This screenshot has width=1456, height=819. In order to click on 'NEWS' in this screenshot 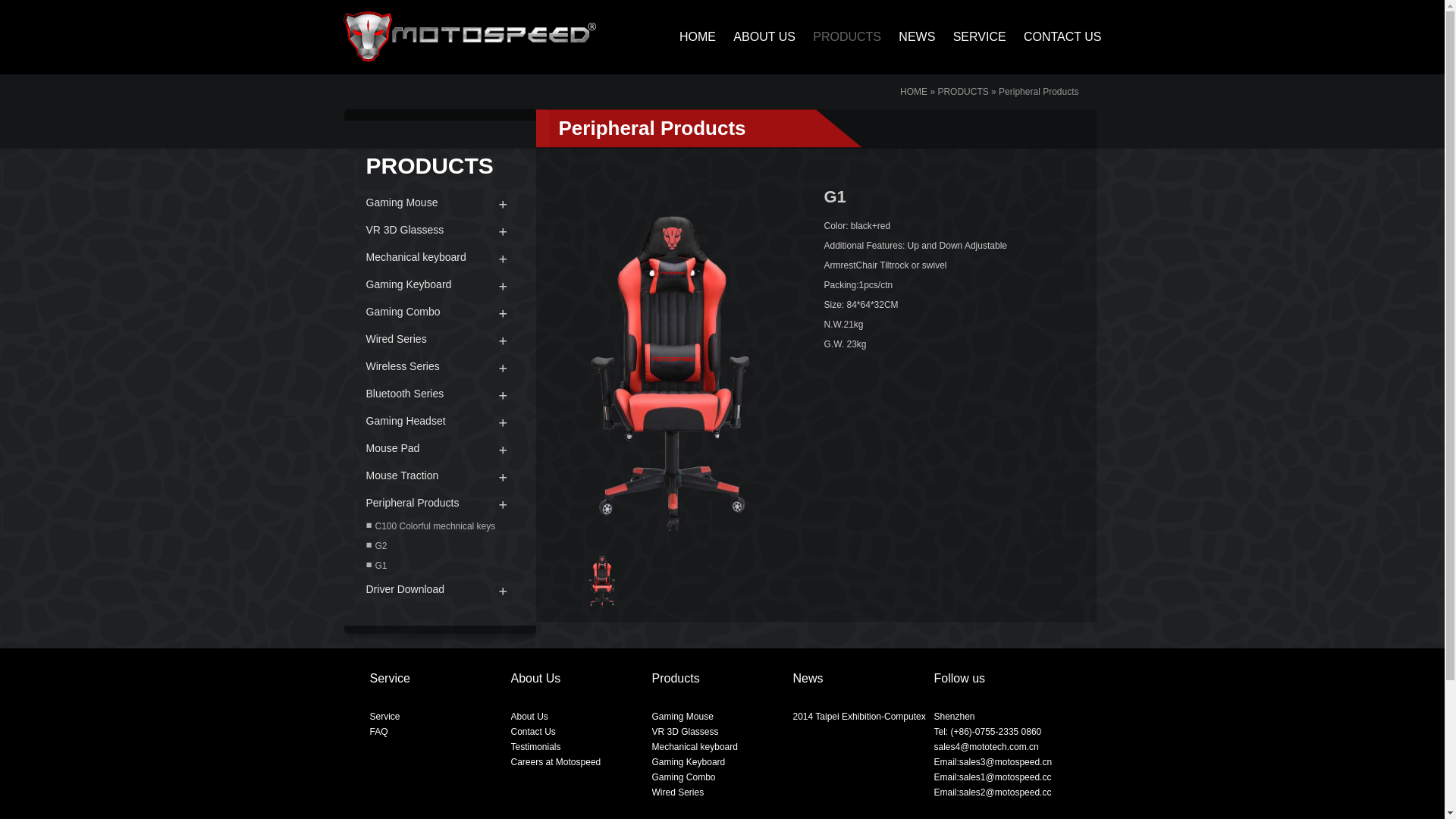, I will do `click(909, 36)`.